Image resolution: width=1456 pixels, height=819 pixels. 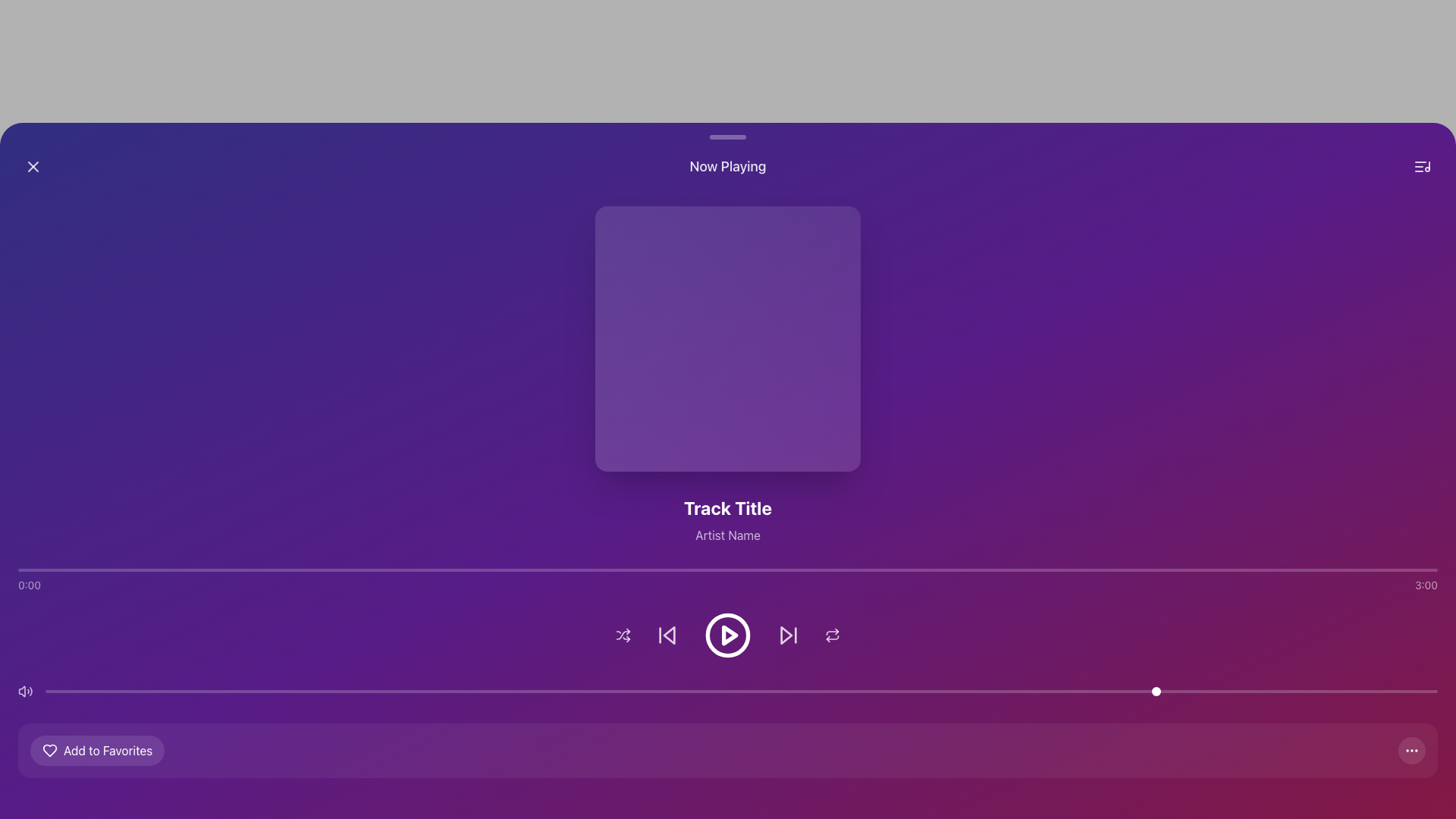 I want to click on the close/remove icon located in the top-left corner of the interface, which is a graphical representation for dismissing or hiding a section, so click(x=33, y=166).